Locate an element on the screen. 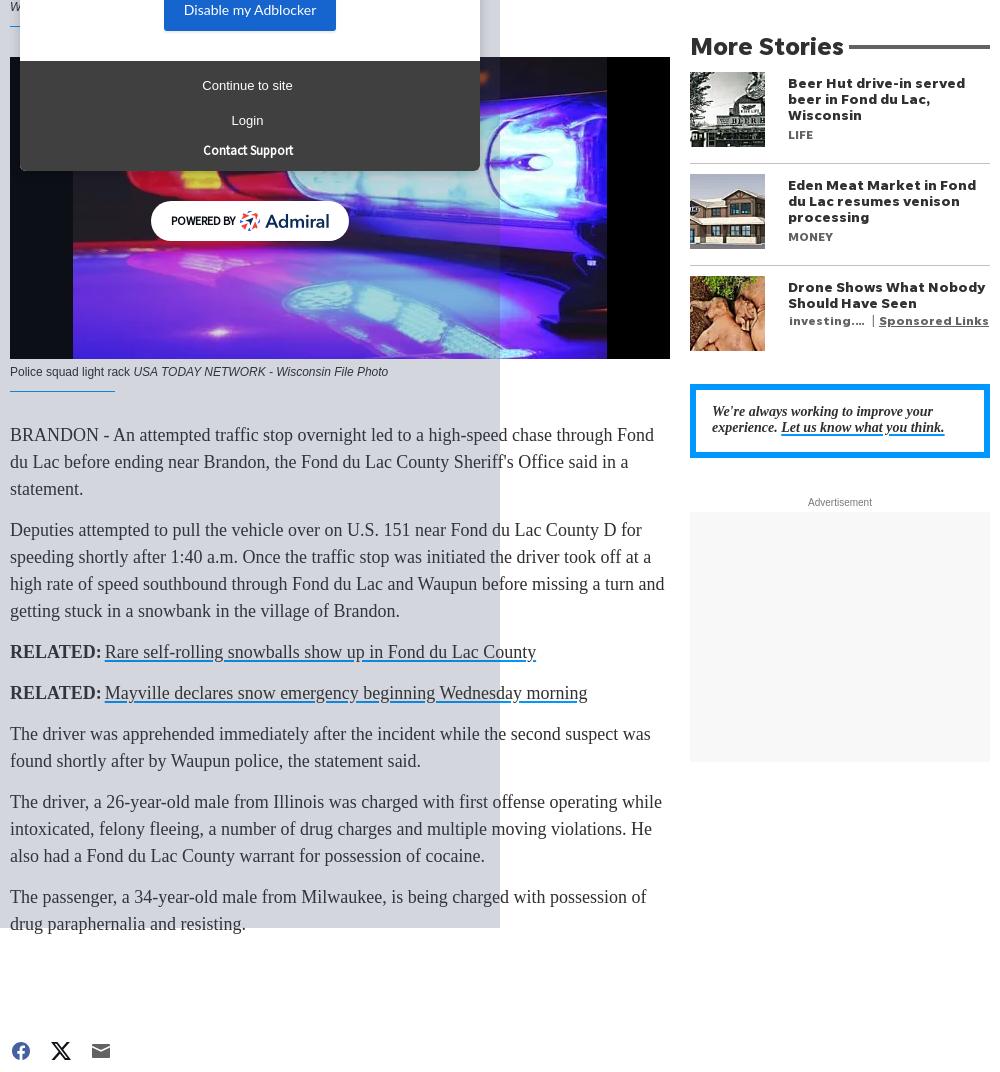 This screenshot has height=1072, width=1000. 'The driver, a 26-year-old male from Illinois was charged with first offense operating while intoxicated, felony fleeing, a number of drug charges and multiple moving violations. He also had a Fond du Lac County warrant for possession of cocaine.' is located at coordinates (10, 827).